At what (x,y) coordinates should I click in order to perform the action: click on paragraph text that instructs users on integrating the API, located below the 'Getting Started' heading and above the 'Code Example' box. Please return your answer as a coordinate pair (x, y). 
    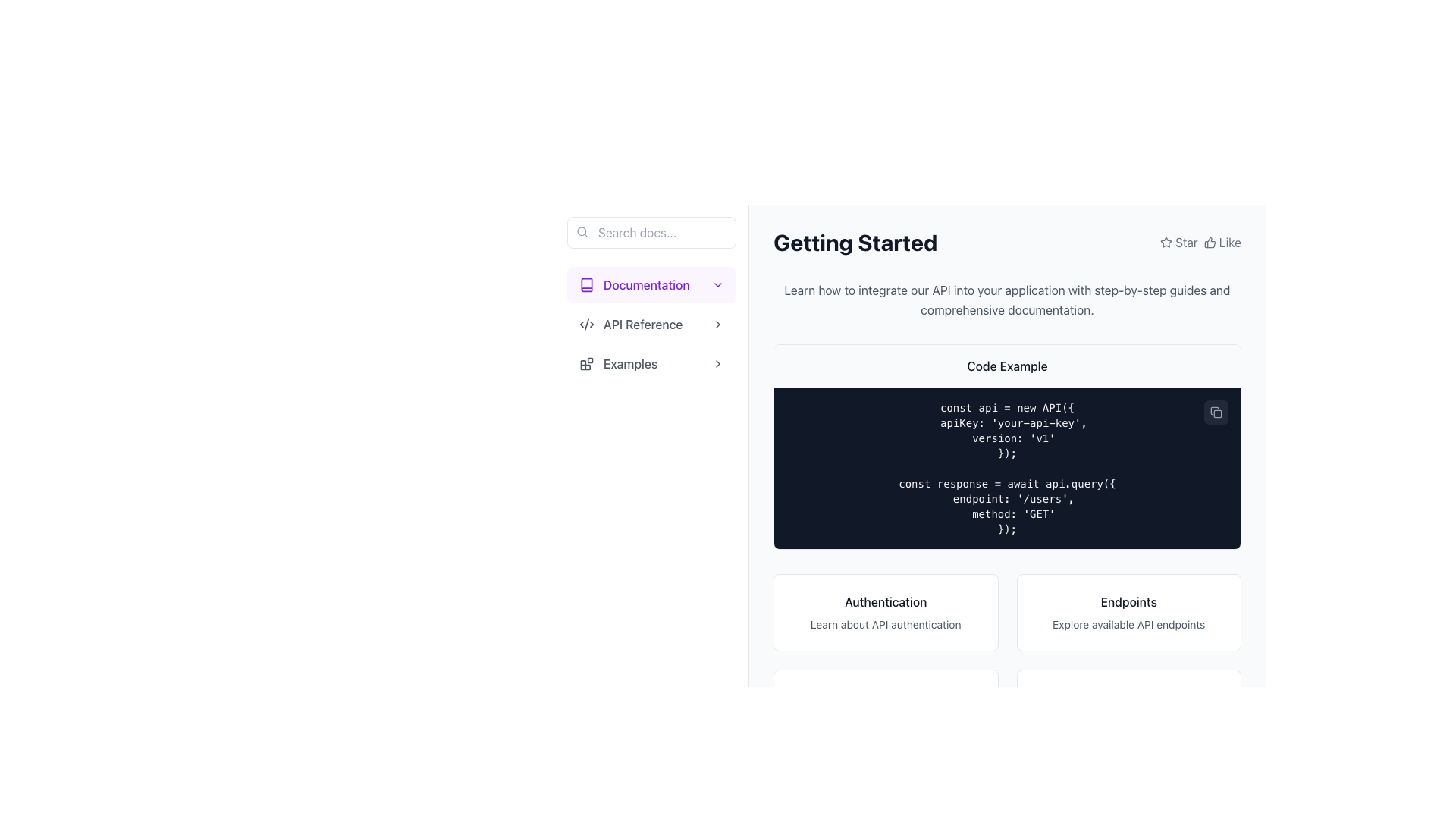
    Looking at the image, I should click on (1007, 300).